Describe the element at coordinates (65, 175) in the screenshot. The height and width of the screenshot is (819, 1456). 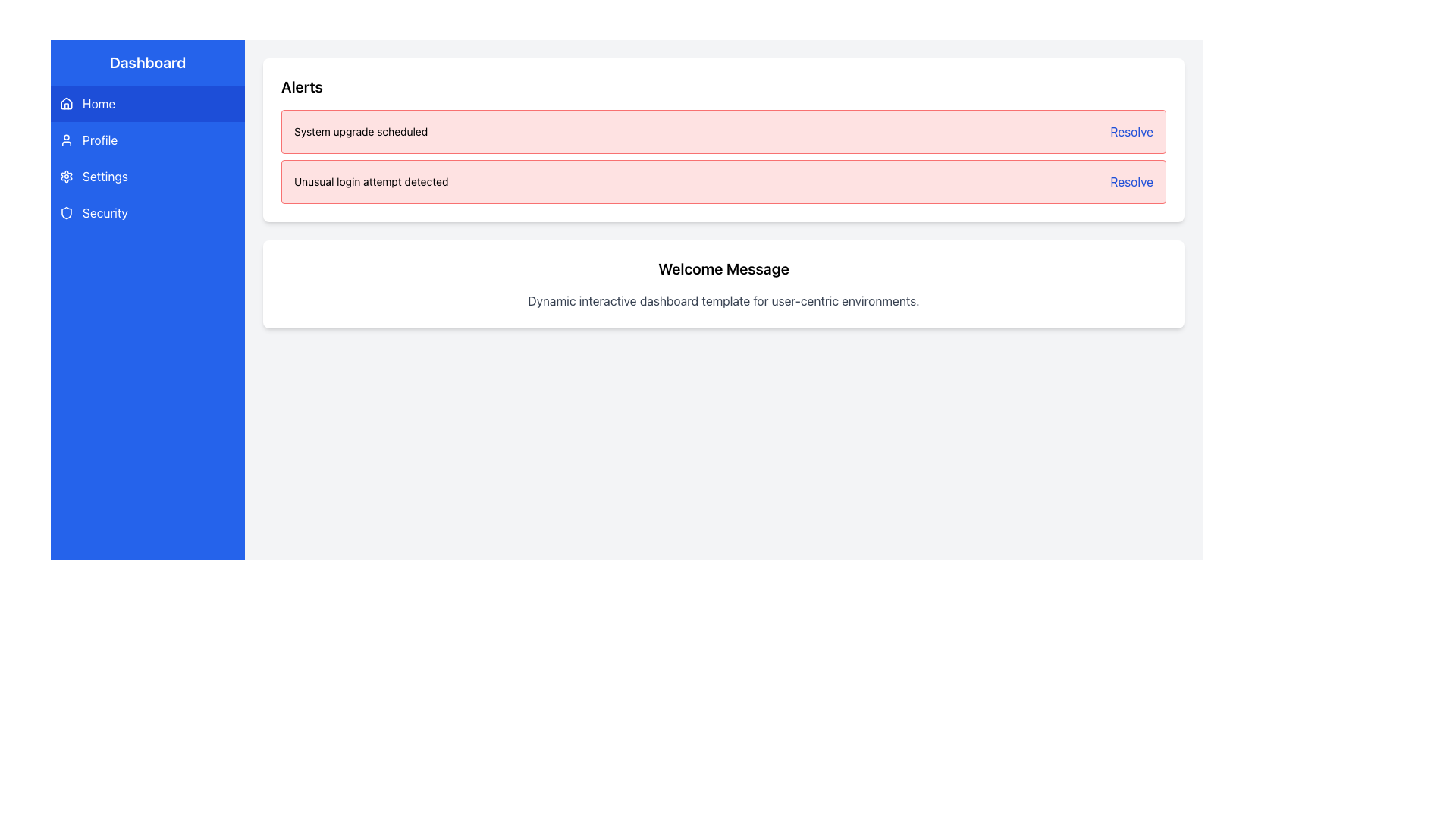
I see `the gear icon in the vertical navigation sidebar` at that location.